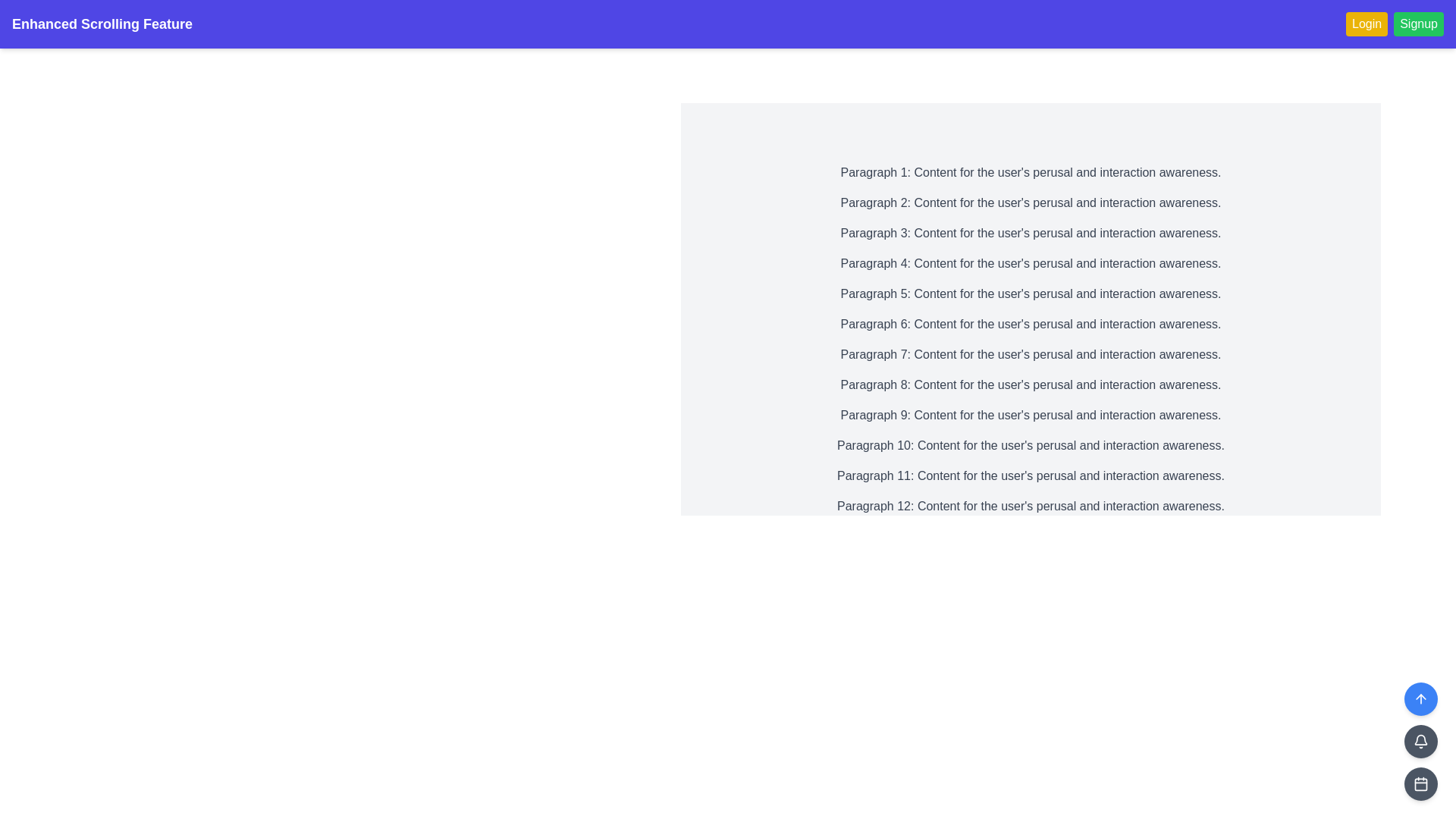 This screenshot has height=819, width=1456. Describe the element at coordinates (1031, 262) in the screenshot. I see `the fourth text element in a vertically arranged list, located between 'Paragraph 3' and 'Paragraph 5'` at that location.